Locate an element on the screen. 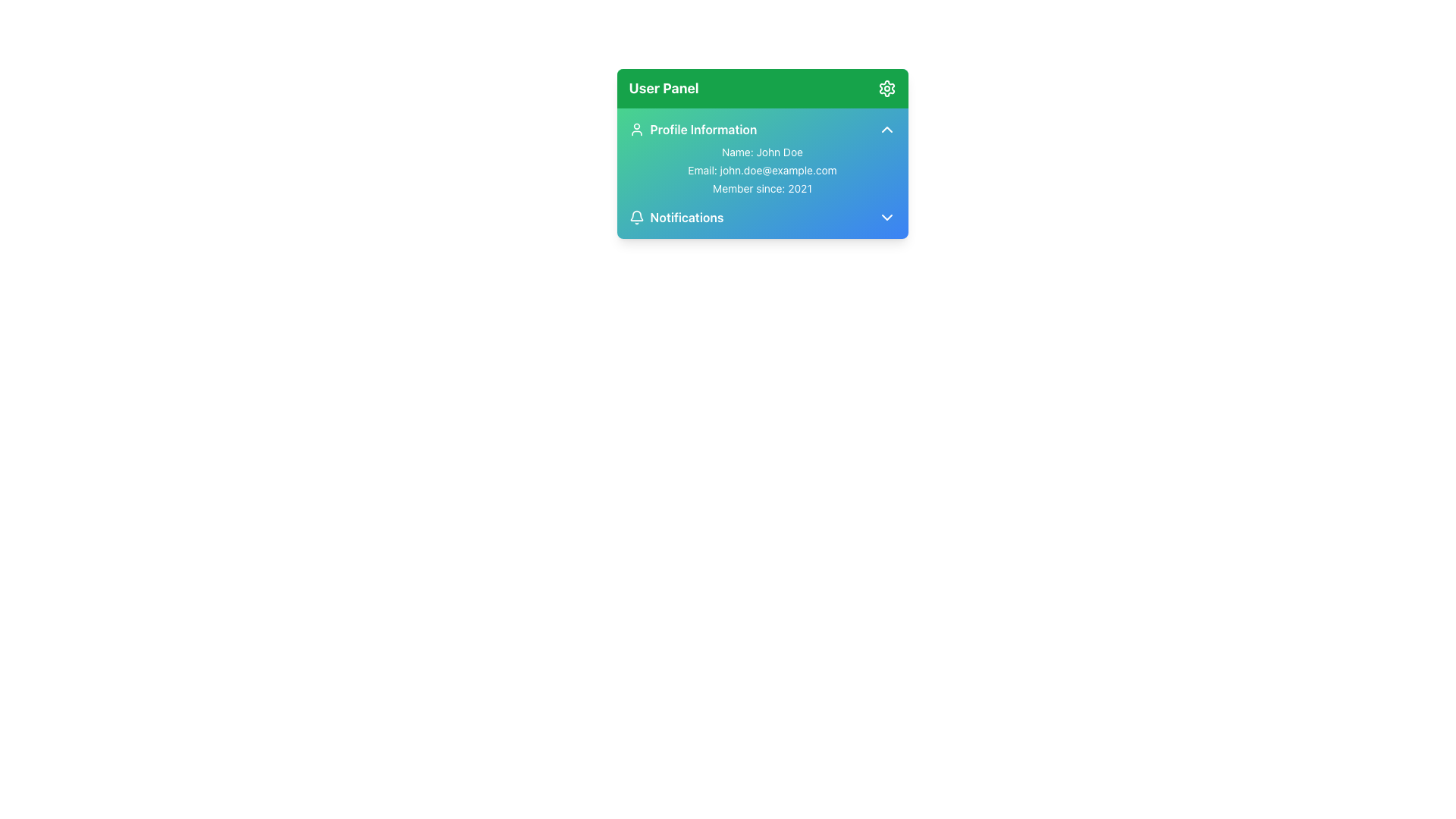 Image resolution: width=1456 pixels, height=819 pixels. the 'Profile Information' header section, which has a light green-to-blue gradient background is located at coordinates (762, 128).